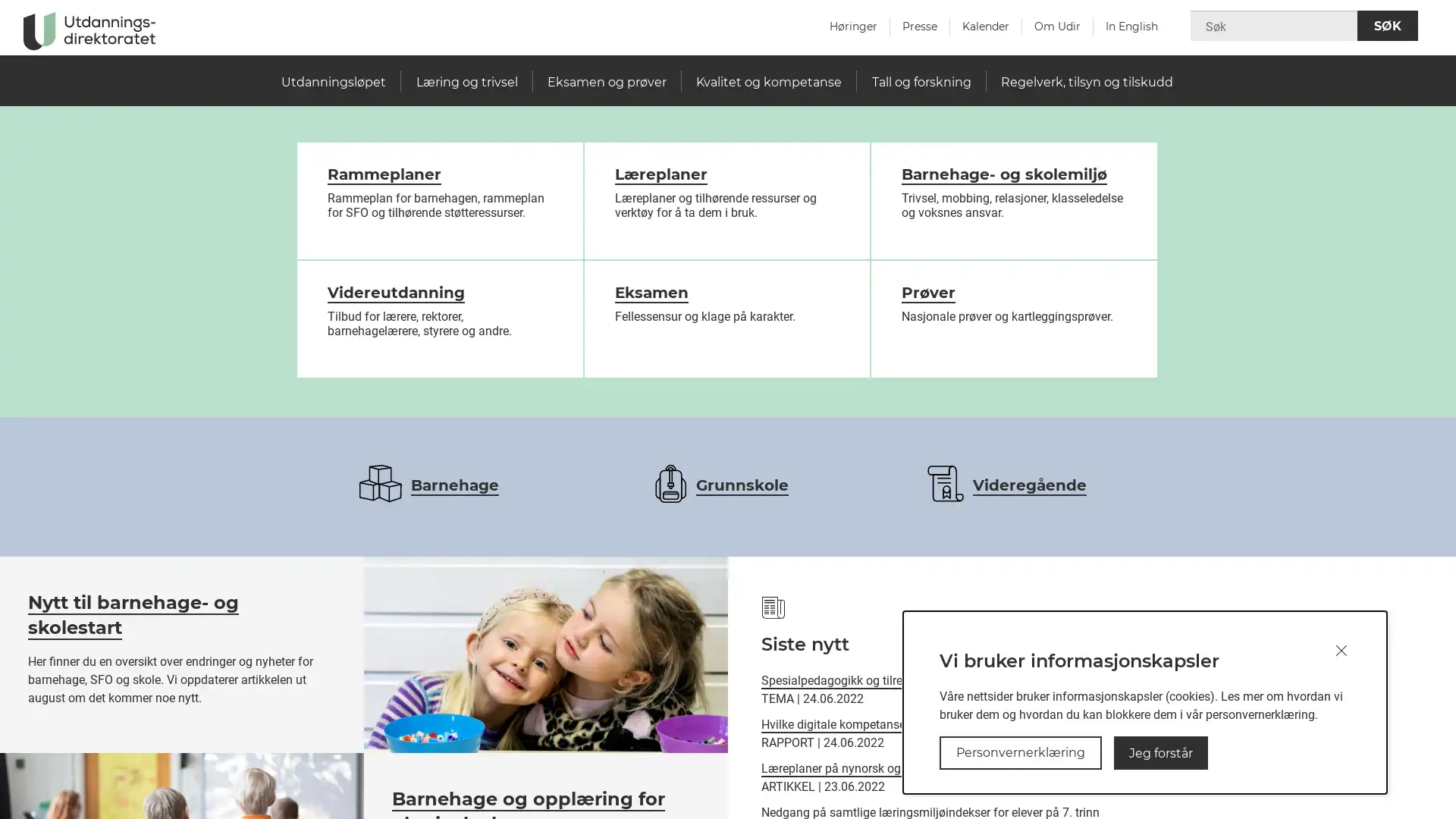 This screenshot has height=819, width=1456. I want to click on Utdanningslpet, so click(333, 82).